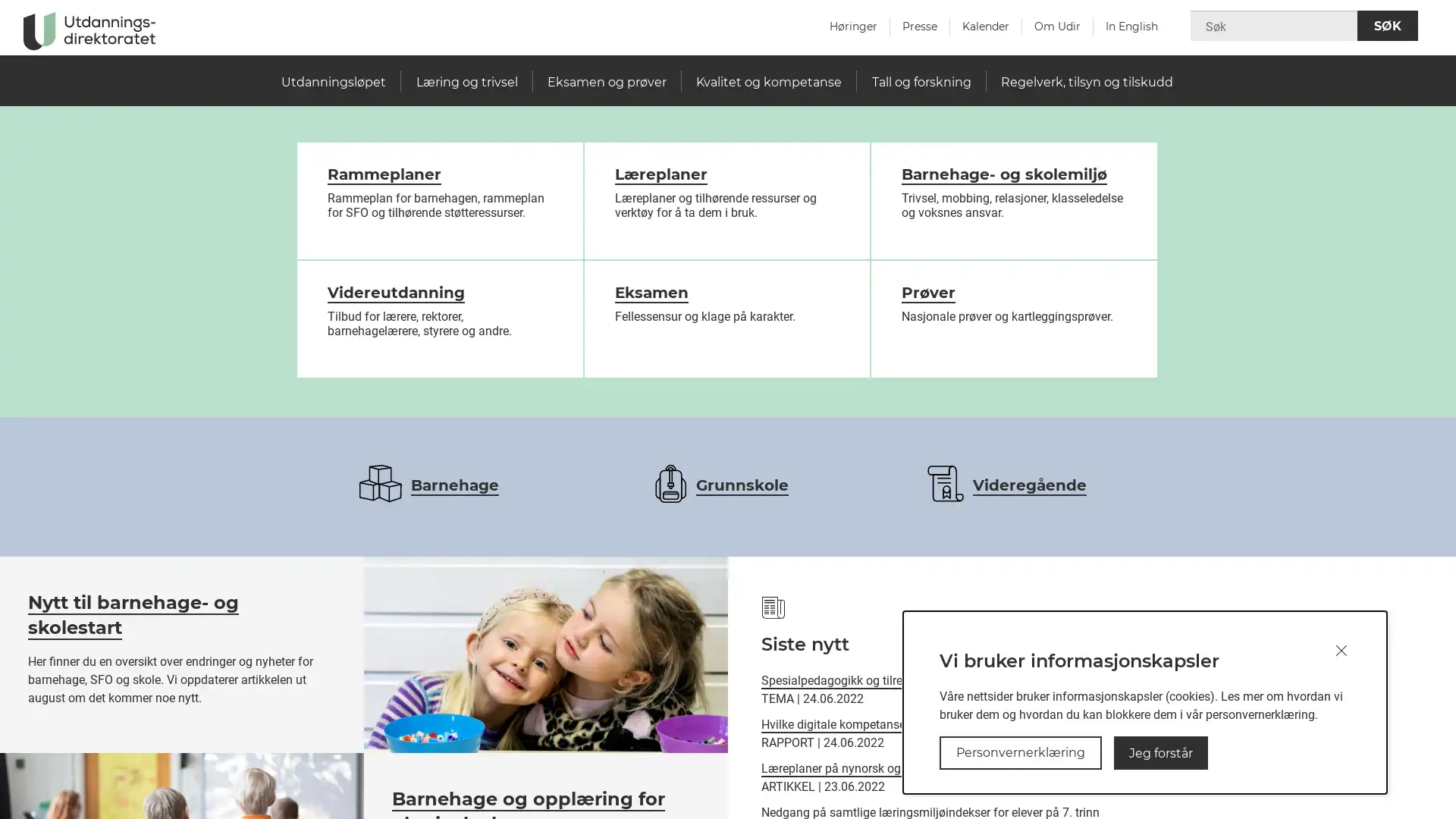 This screenshot has height=819, width=1456. I want to click on Utdanningslpet, so click(333, 82).